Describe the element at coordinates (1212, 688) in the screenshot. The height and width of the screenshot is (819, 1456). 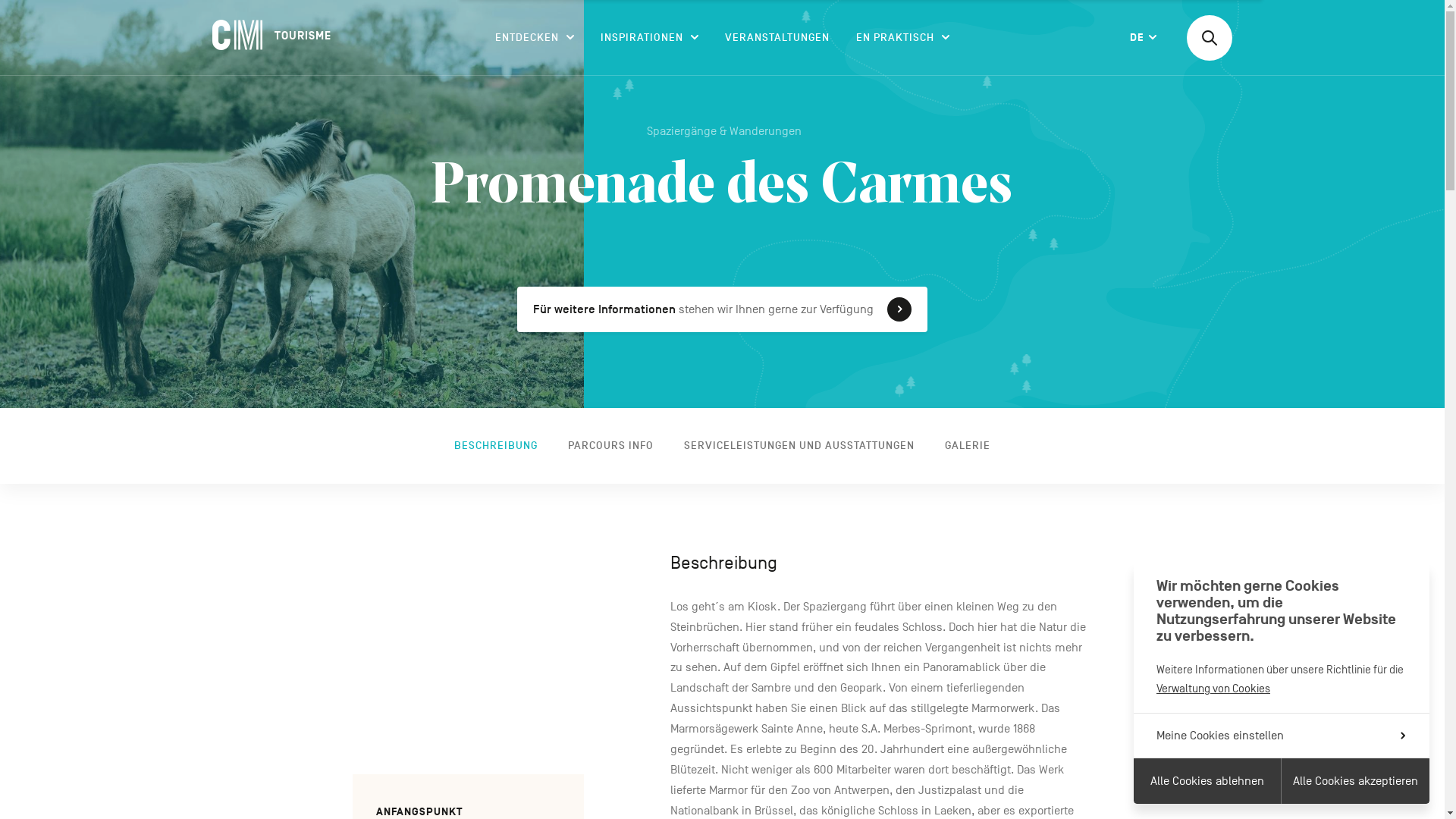
I see `'Verwaltung von Cookies'` at that location.